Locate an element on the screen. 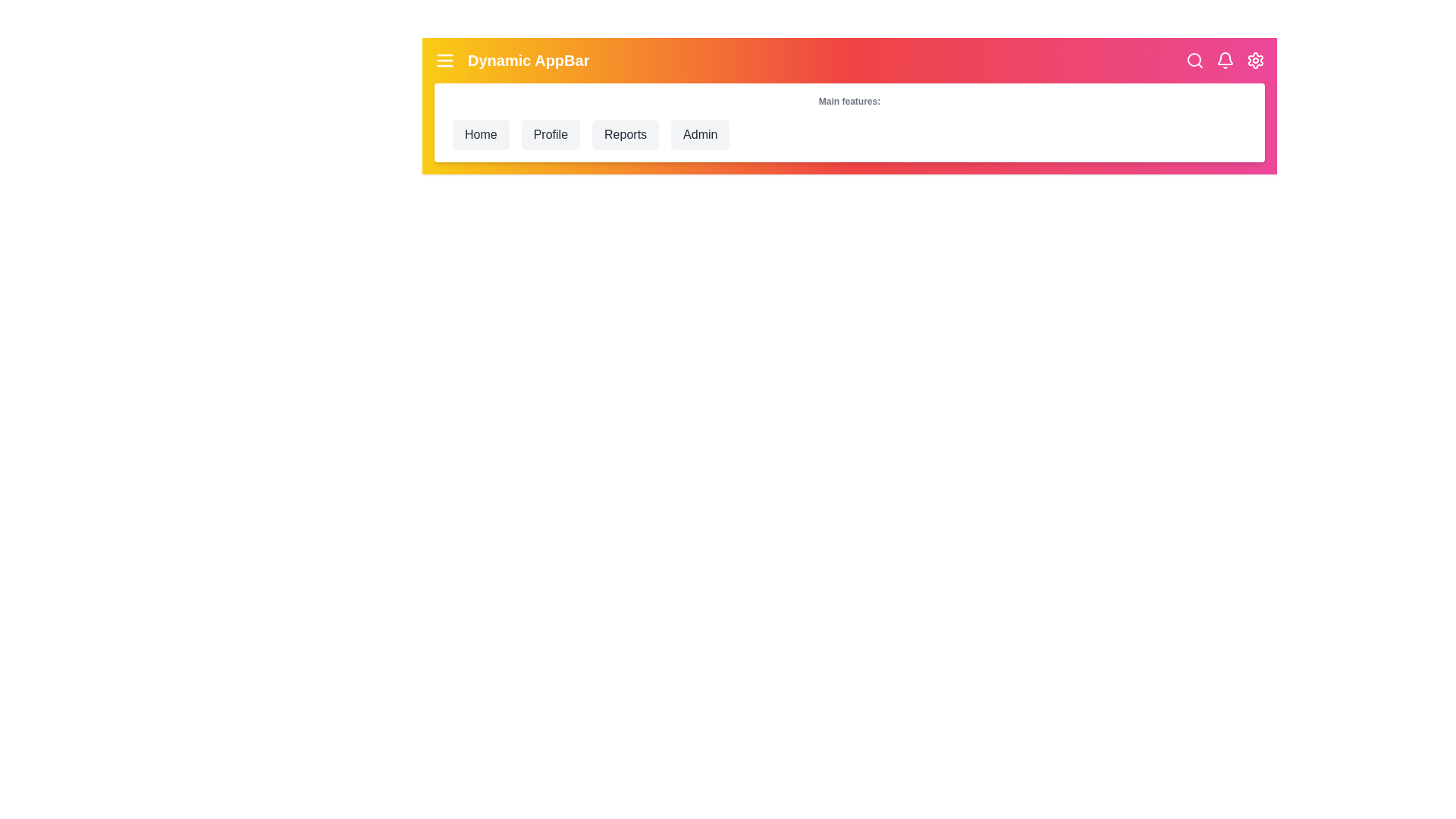 The image size is (1456, 819). the 'Search' icon to initiate the search functionality is located at coordinates (1194, 60).